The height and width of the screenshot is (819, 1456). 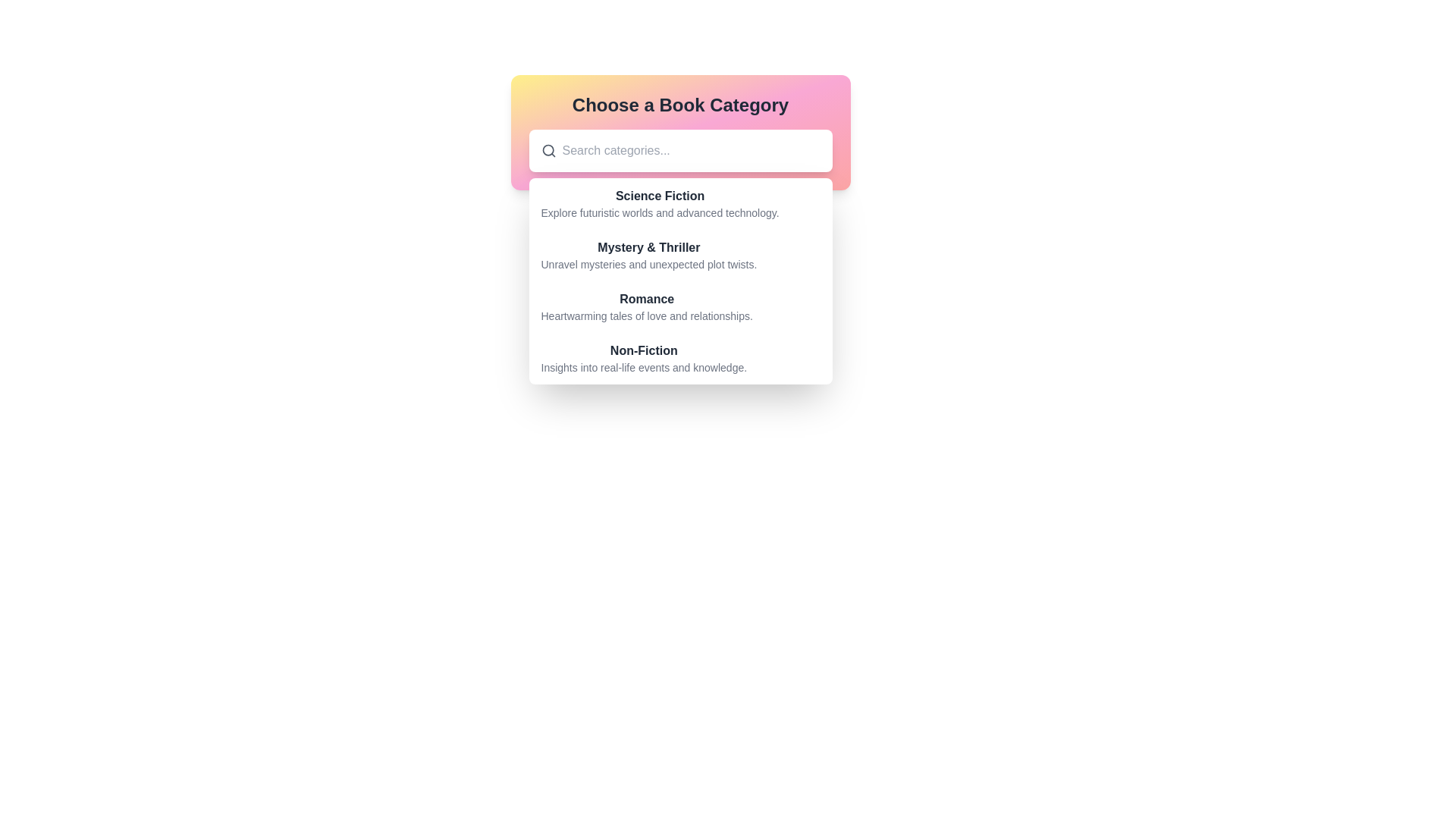 What do you see at coordinates (647, 307) in the screenshot?
I see `the text display element titled 'Romance' that contains the description 'Heartwarming tales of love and relationships.' This element is the third entry in the list under the header 'Choose a Book Category'` at bounding box center [647, 307].